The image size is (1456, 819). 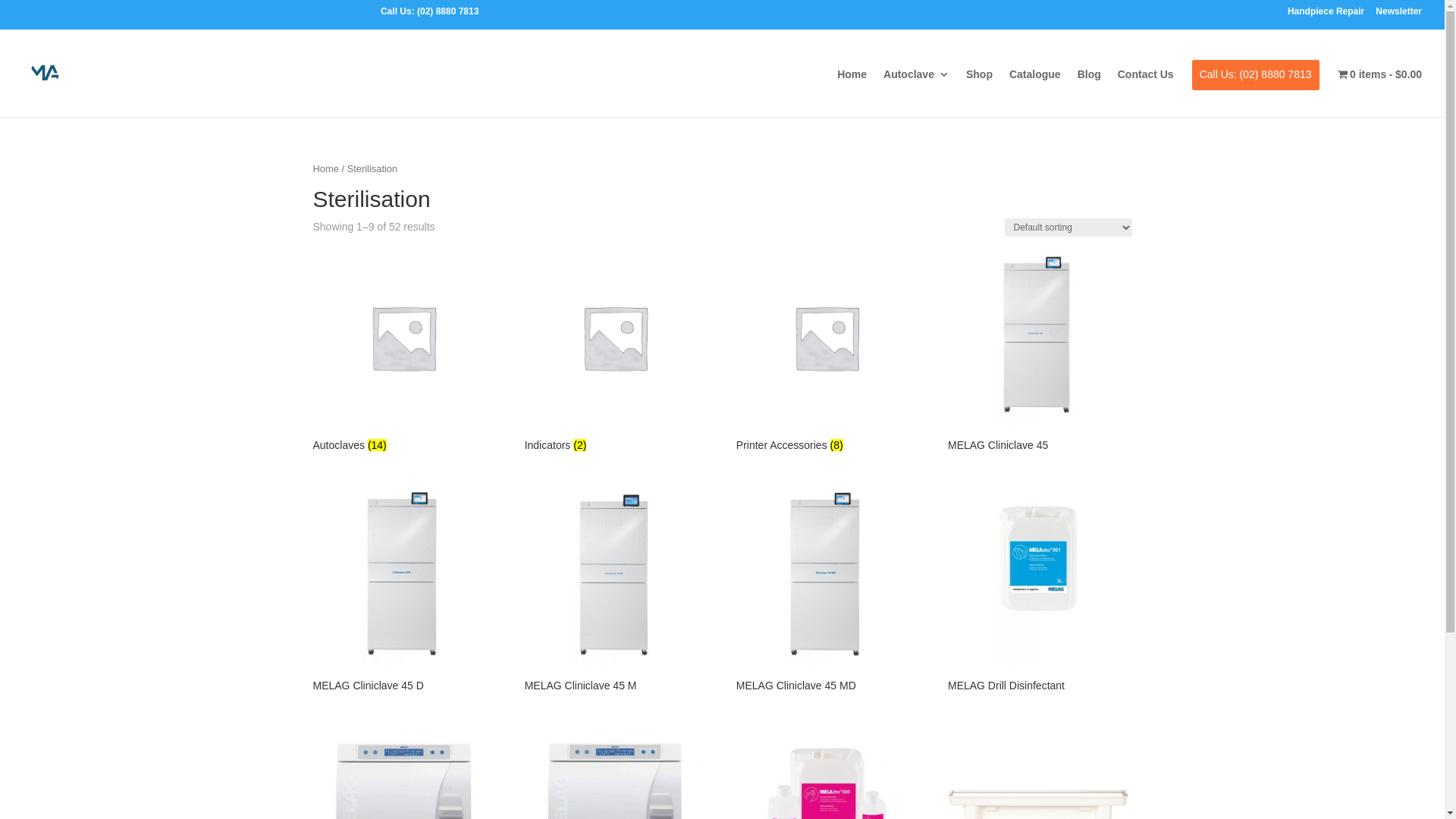 What do you see at coordinates (1009, 86) in the screenshot?
I see `'Catalogue'` at bounding box center [1009, 86].